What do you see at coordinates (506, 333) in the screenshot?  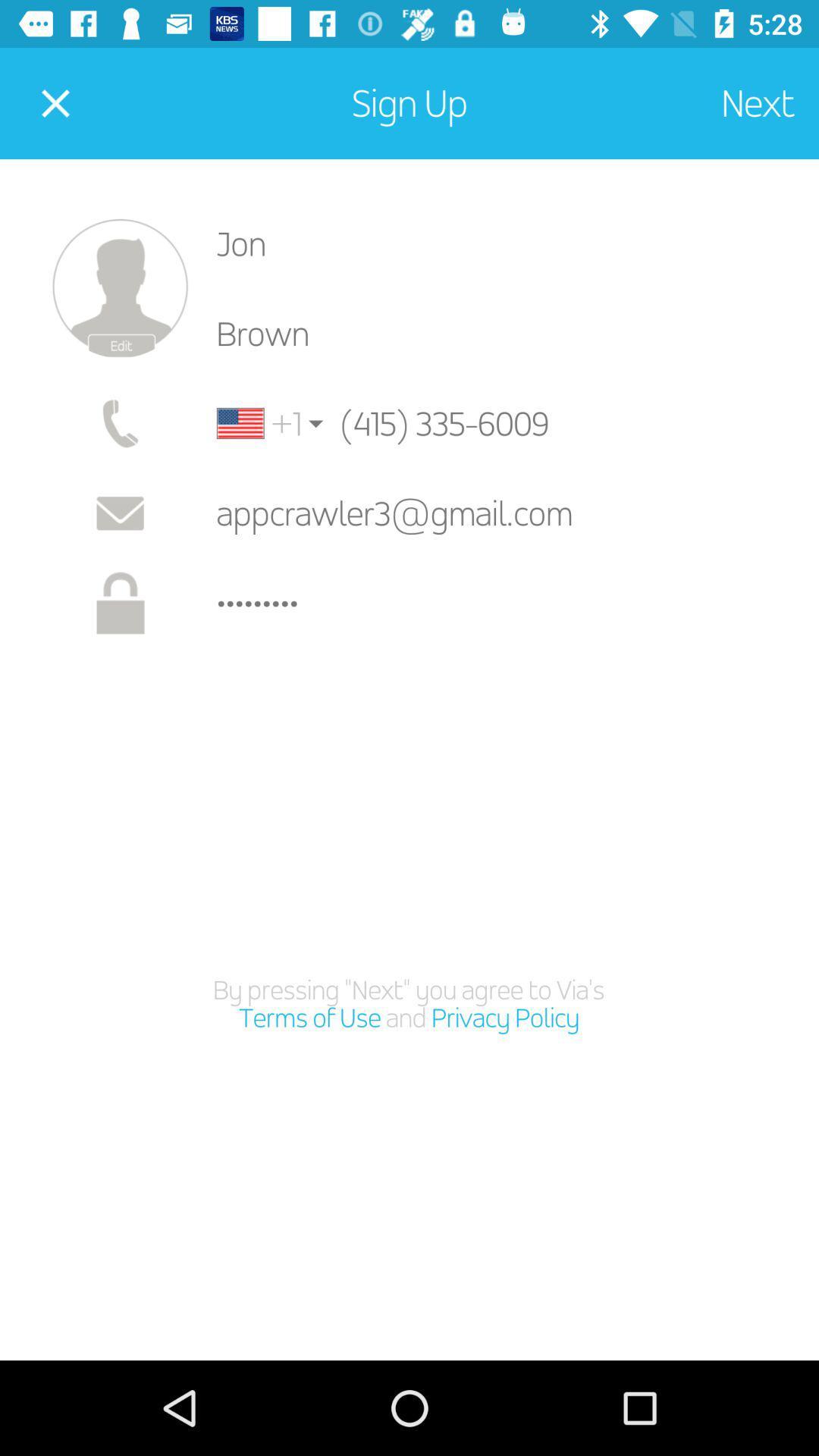 I see `brown item` at bounding box center [506, 333].